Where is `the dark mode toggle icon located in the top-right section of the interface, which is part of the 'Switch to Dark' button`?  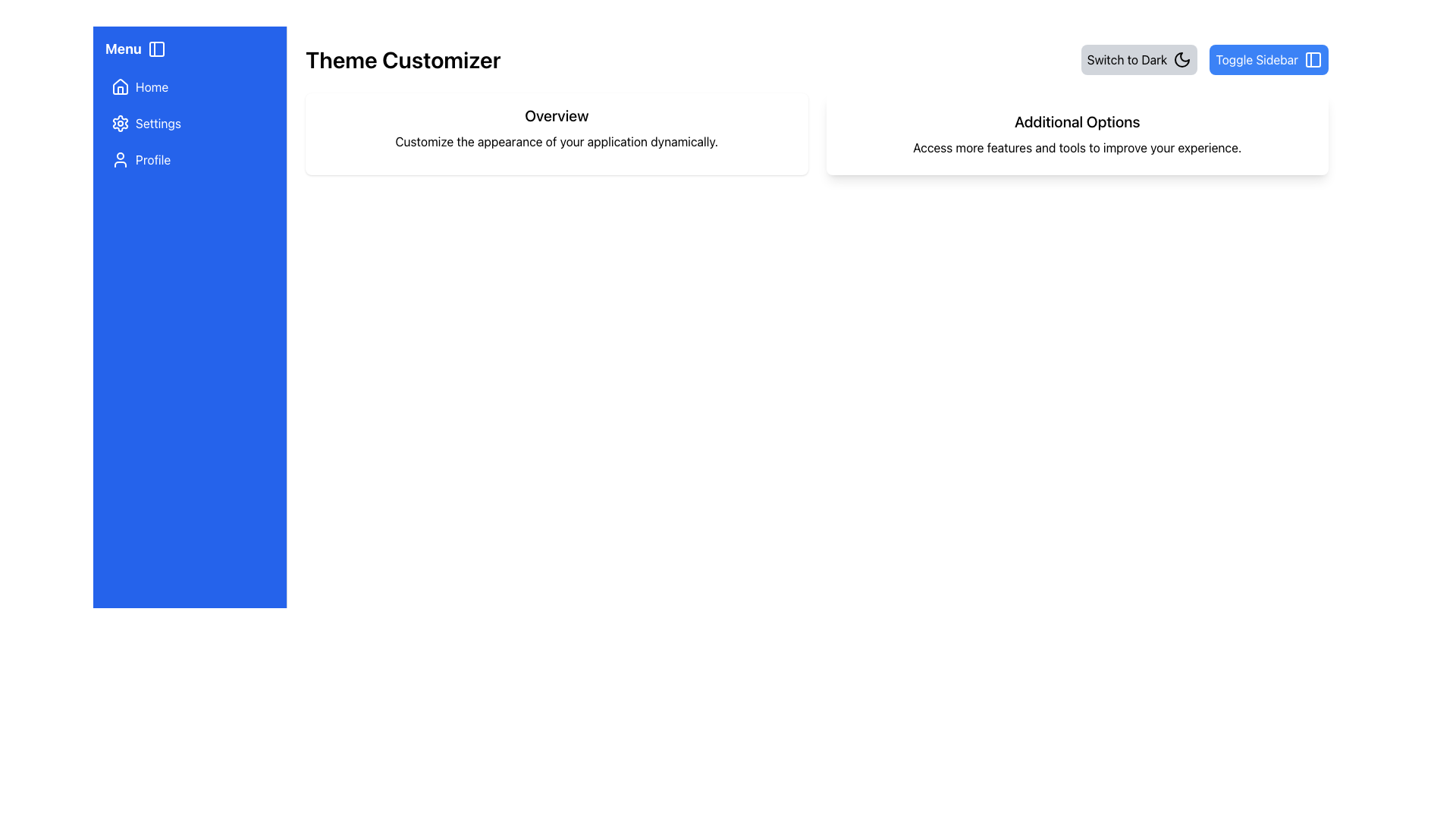 the dark mode toggle icon located in the top-right section of the interface, which is part of the 'Switch to Dark' button is located at coordinates (1181, 58).